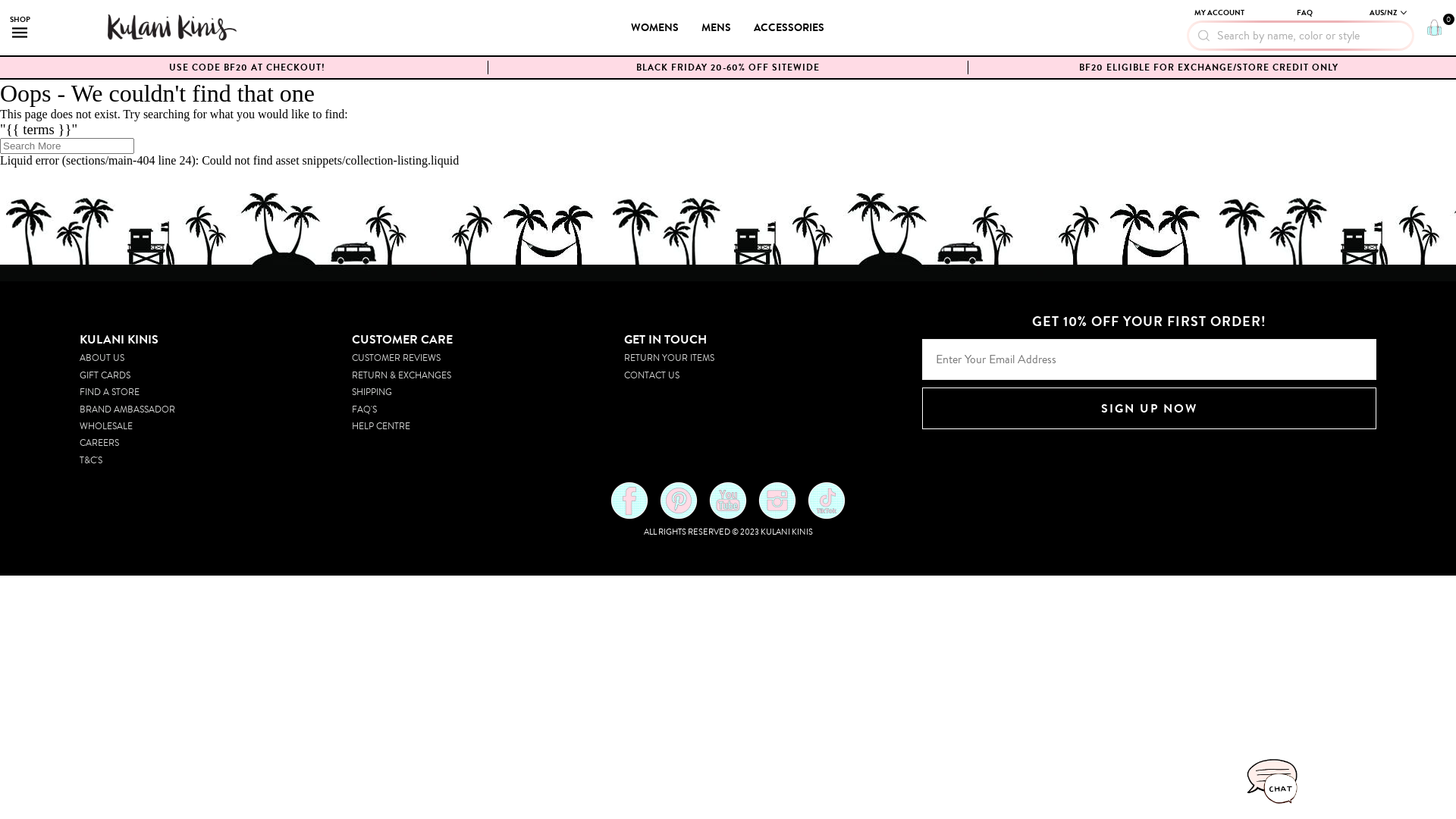 This screenshot has height=819, width=1456. What do you see at coordinates (79, 443) in the screenshot?
I see `'CAREERS'` at bounding box center [79, 443].